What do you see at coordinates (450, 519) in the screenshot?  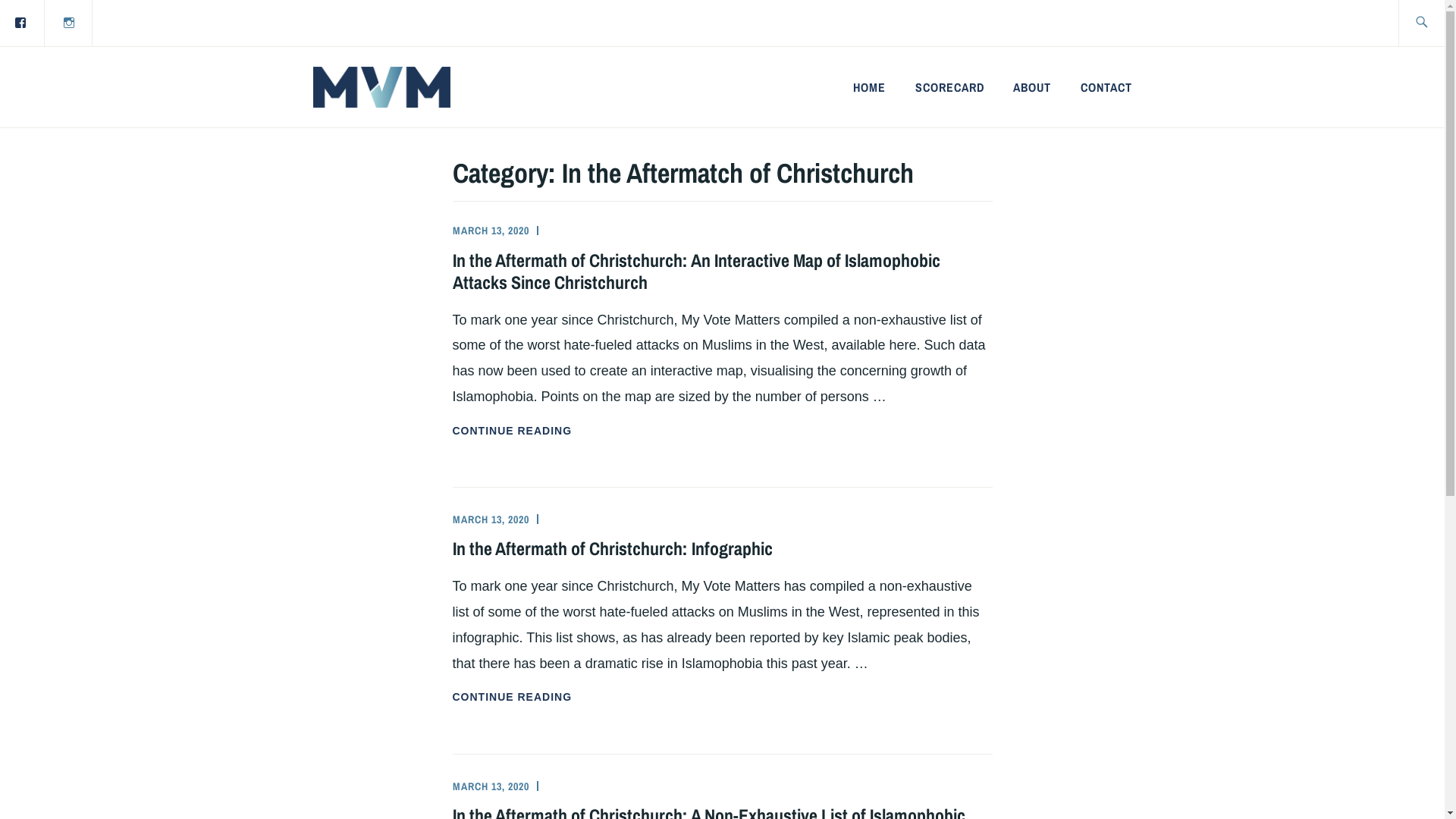 I see `'MARCH 13, 2020'` at bounding box center [450, 519].